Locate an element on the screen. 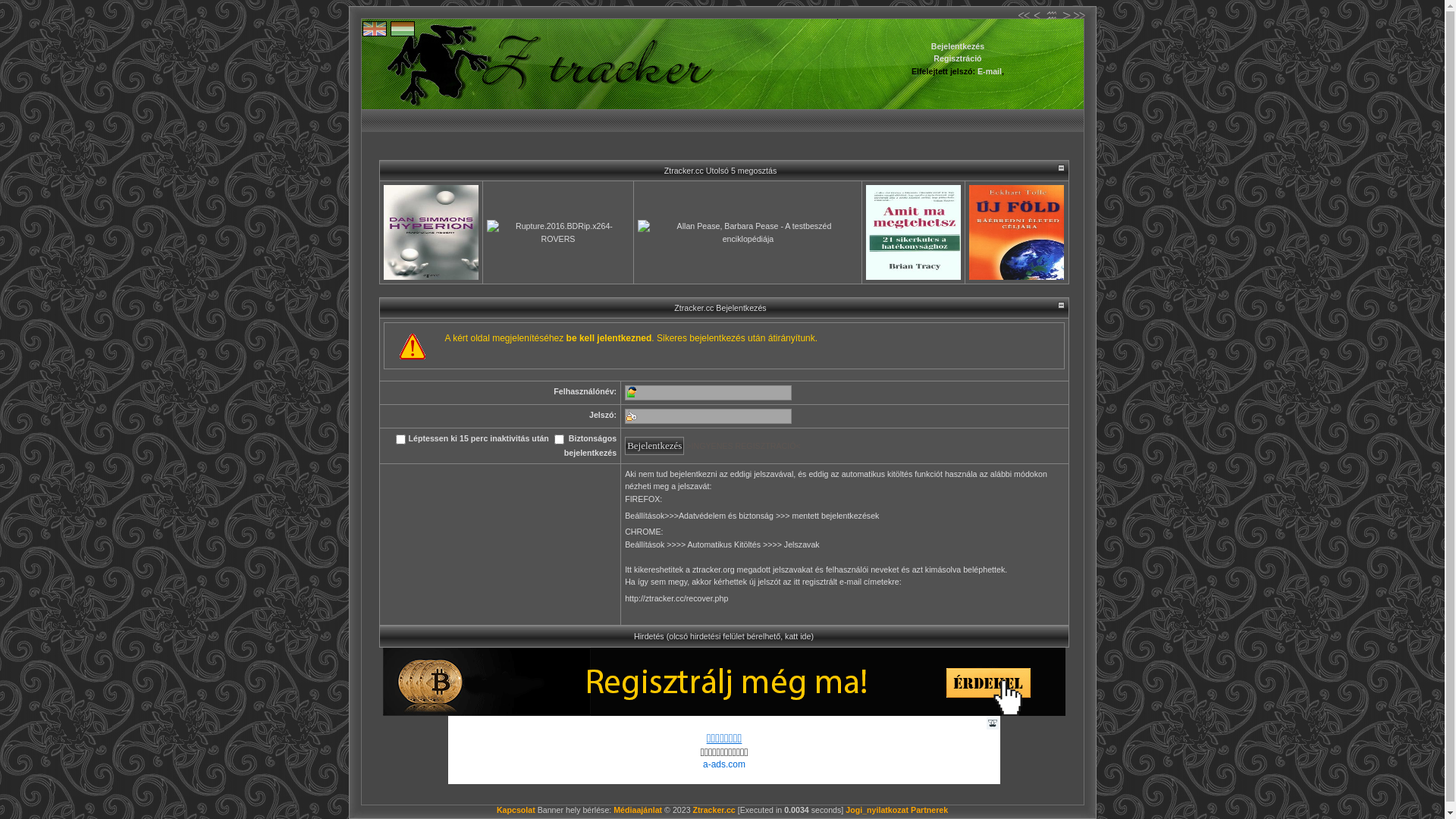 This screenshot has height=819, width=1456. 'Jogi_nyilatkozat' is located at coordinates (877, 809).